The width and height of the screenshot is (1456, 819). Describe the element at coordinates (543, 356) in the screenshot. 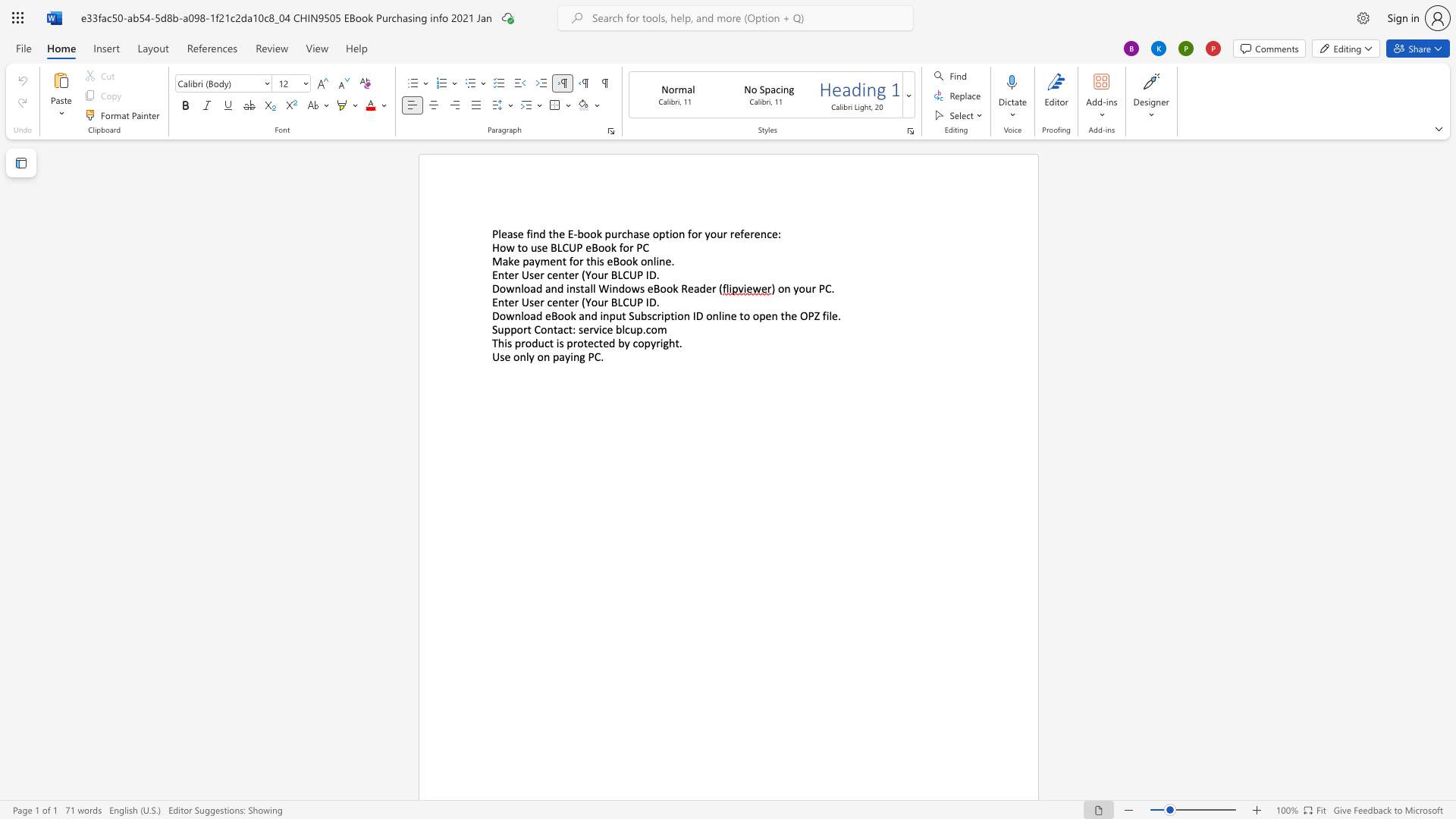

I see `the subset text "n payi" within the text "Use only on paying PC."` at that location.